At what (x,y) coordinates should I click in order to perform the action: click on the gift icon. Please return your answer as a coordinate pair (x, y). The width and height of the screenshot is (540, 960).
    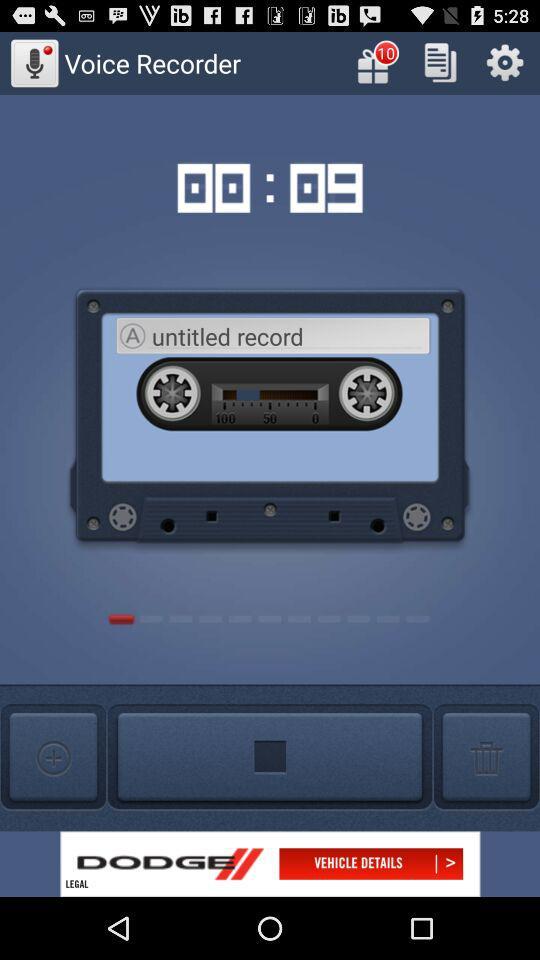
    Looking at the image, I should click on (376, 67).